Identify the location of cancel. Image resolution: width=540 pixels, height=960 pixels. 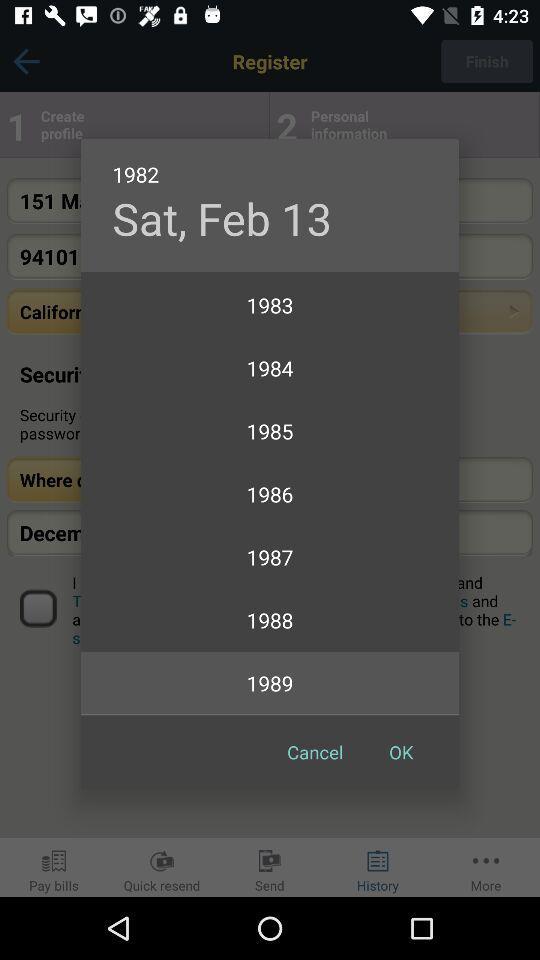
(315, 751).